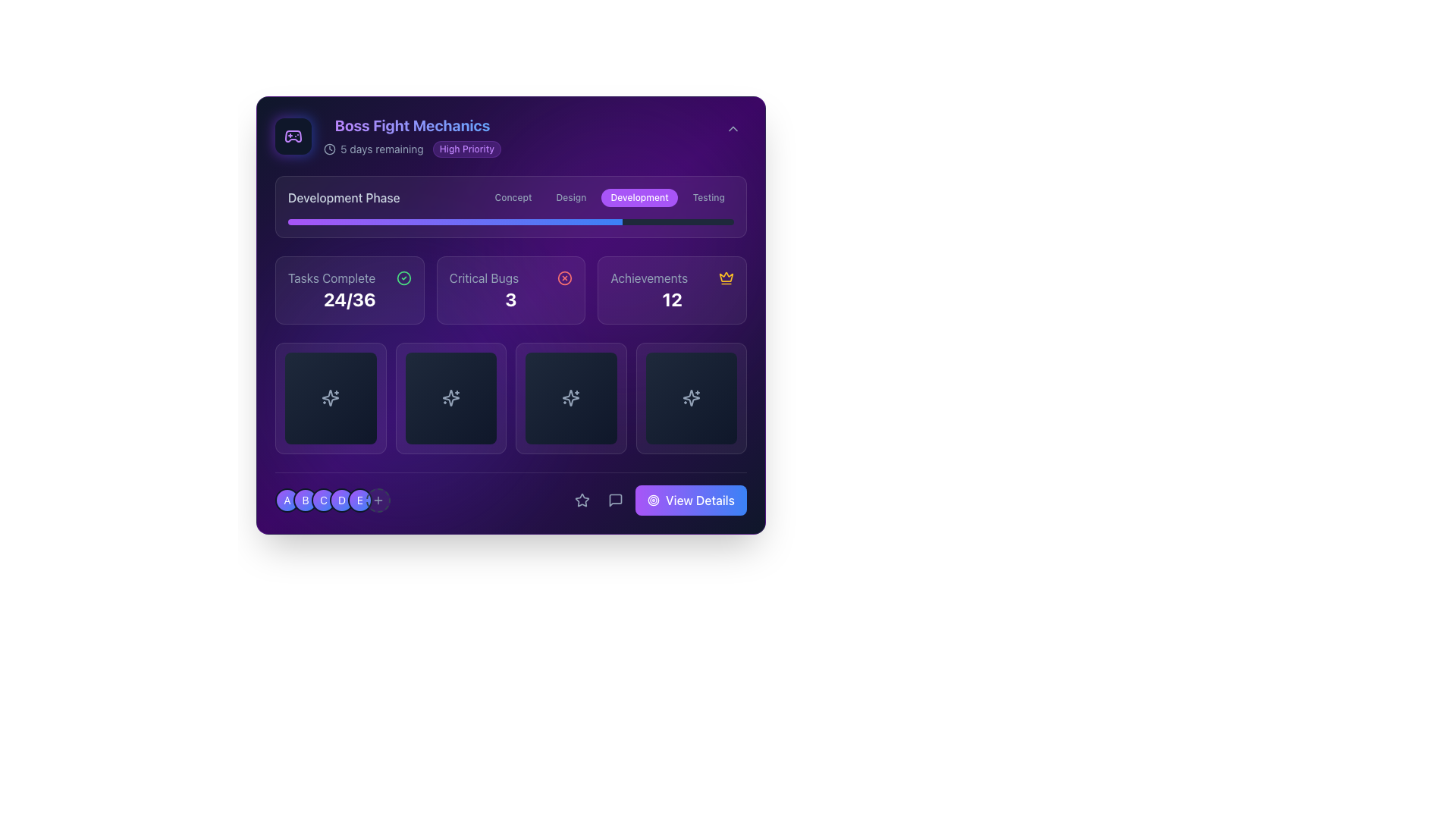 Image resolution: width=1456 pixels, height=819 pixels. I want to click on the star-shaped SVG icon representing achievements, located centrally within the 'Achievements' box in the dashboard's metrics section, so click(582, 500).